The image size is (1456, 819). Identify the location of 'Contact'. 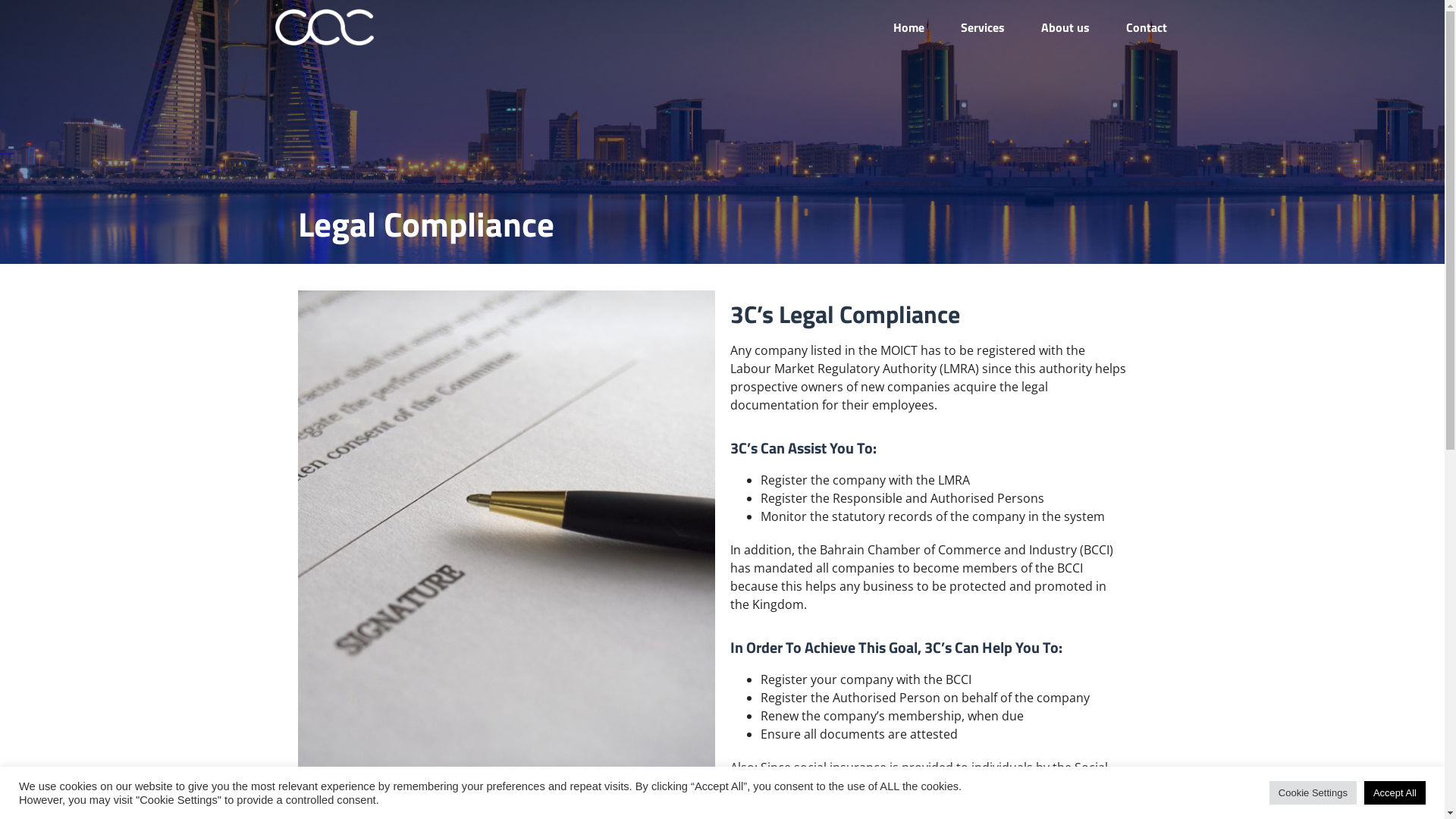
(1122, 27).